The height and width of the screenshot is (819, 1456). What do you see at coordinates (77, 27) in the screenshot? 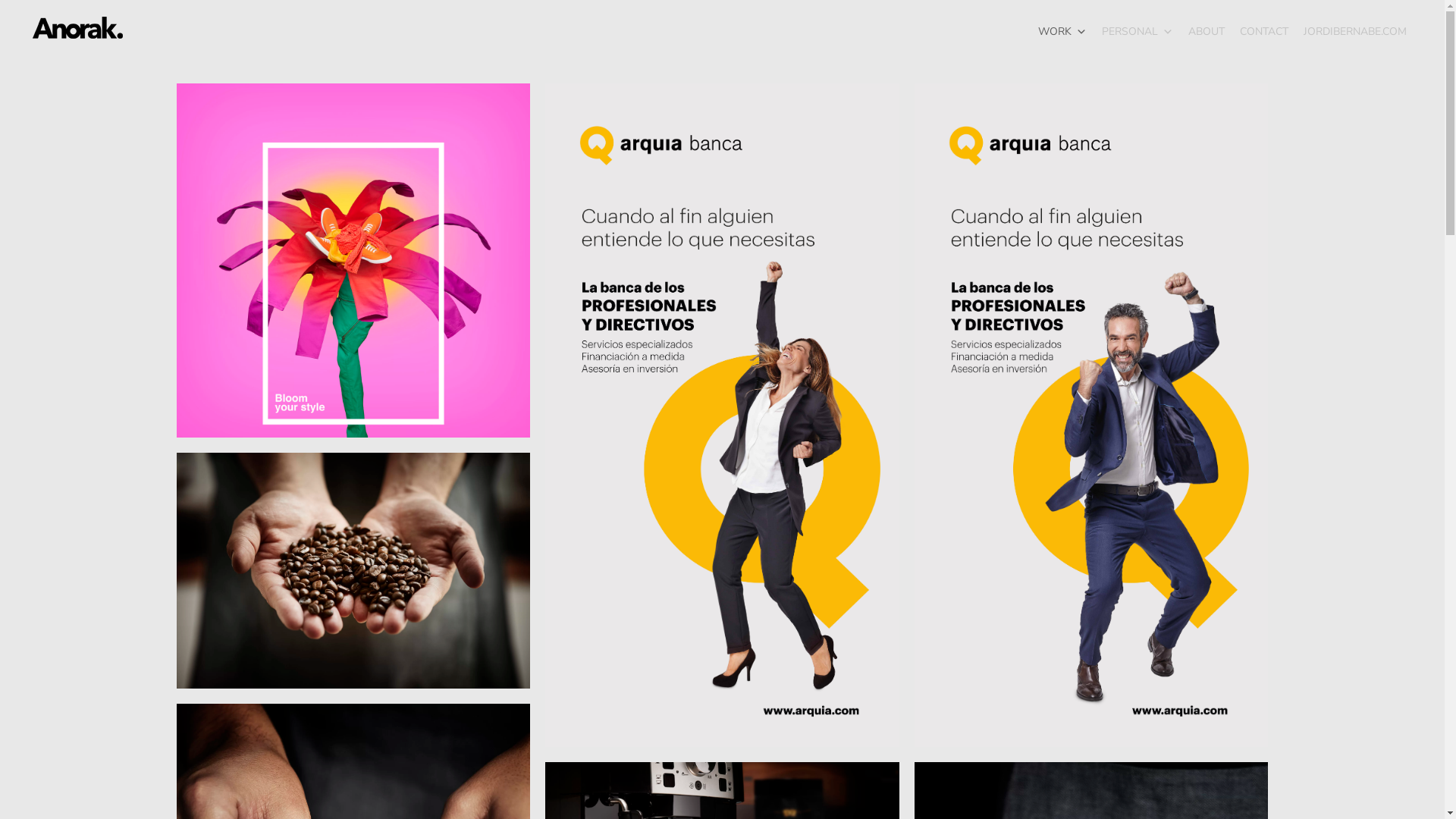
I see `'Anorak'` at bounding box center [77, 27].